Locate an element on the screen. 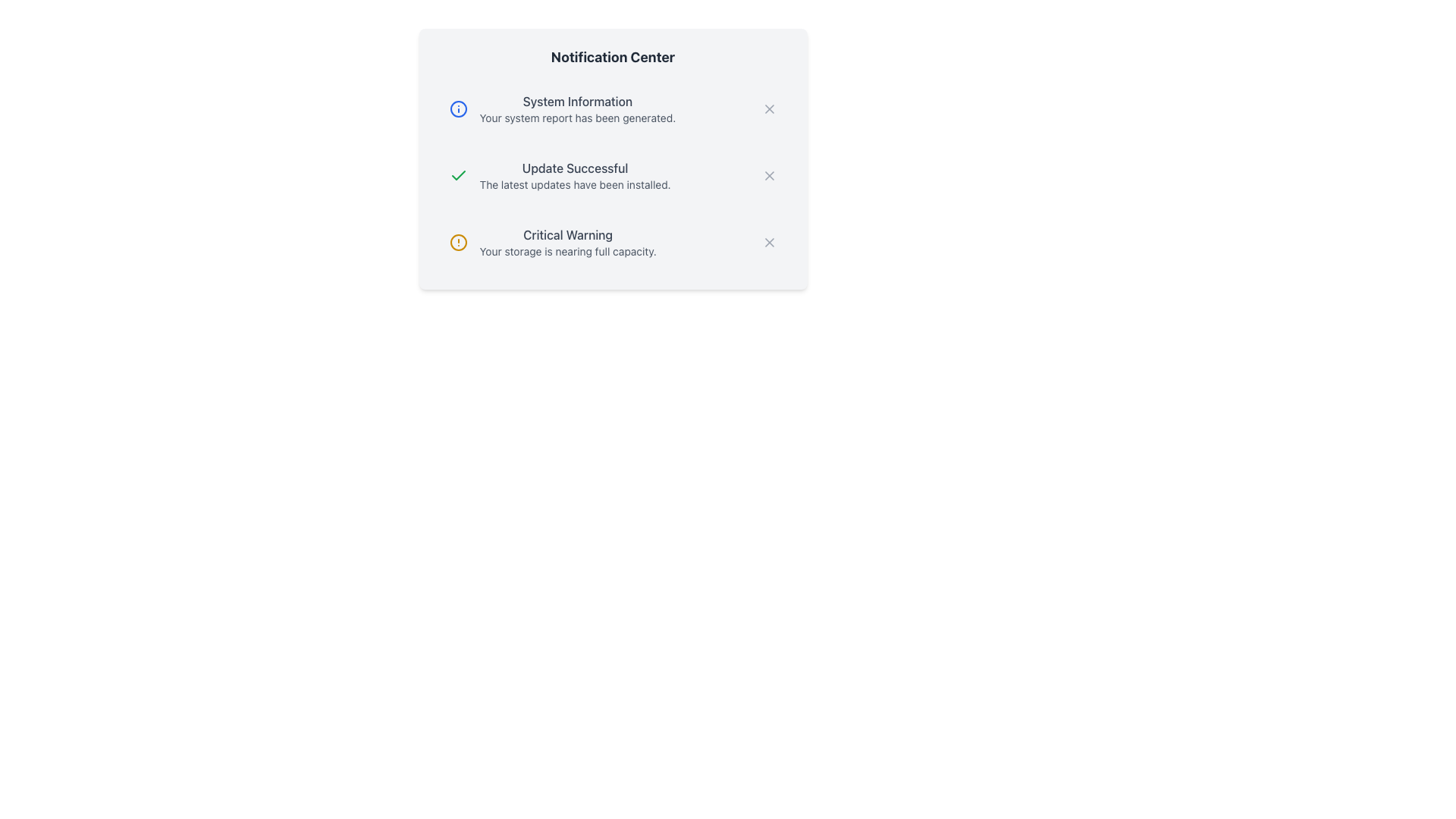  the text label displaying 'System Information' in medium gray font, which is centrally aligned within the Notification Center panel and positioned above the text 'Your system report has been generated.' is located at coordinates (576, 102).